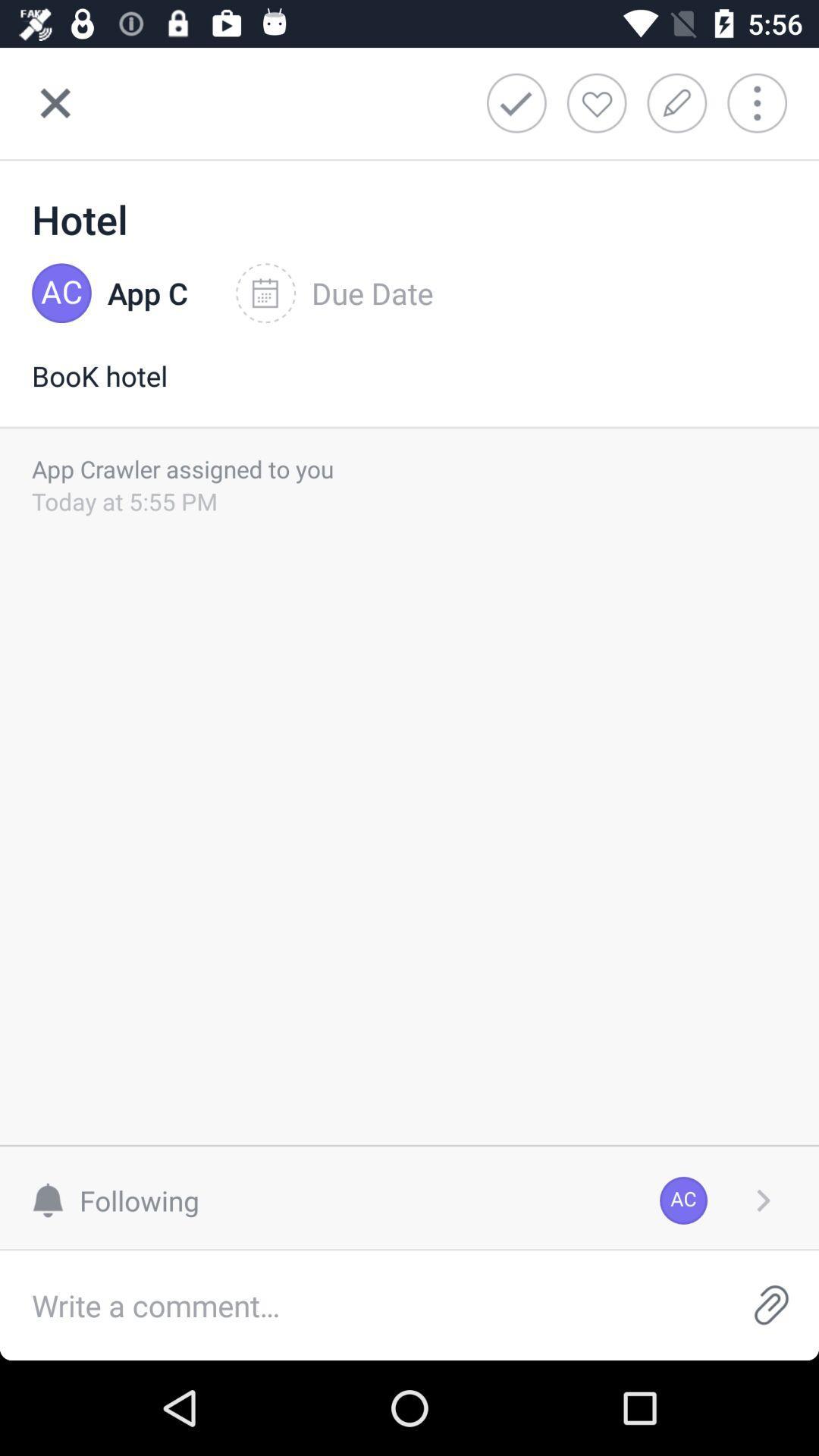  What do you see at coordinates (362, 1304) in the screenshot?
I see `write a comment` at bounding box center [362, 1304].